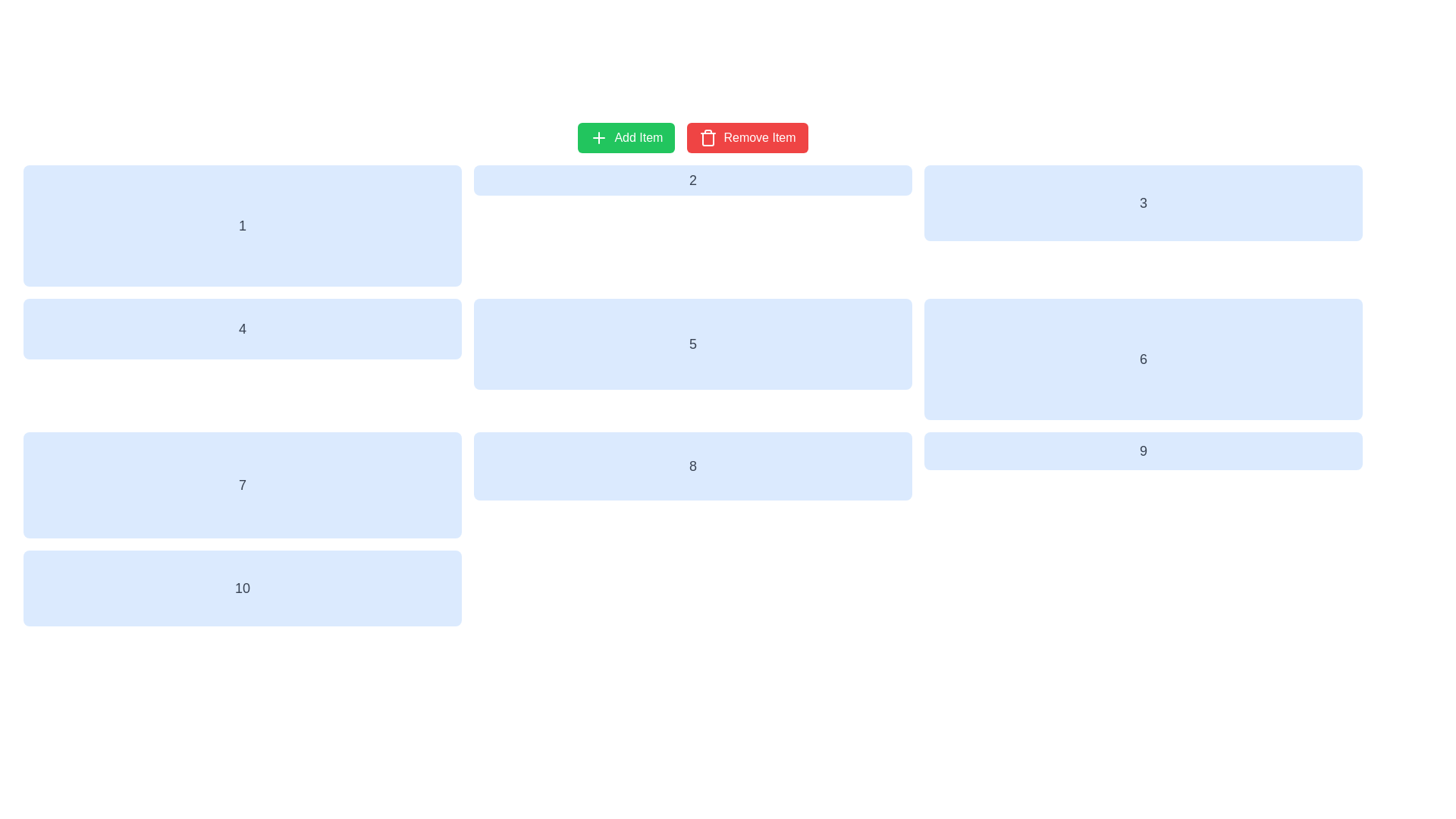  I want to click on the rectangular, blue-colored Display box containing the number '8' in centered, gray text, located in the middle row of the grid, towards the right, so click(692, 465).